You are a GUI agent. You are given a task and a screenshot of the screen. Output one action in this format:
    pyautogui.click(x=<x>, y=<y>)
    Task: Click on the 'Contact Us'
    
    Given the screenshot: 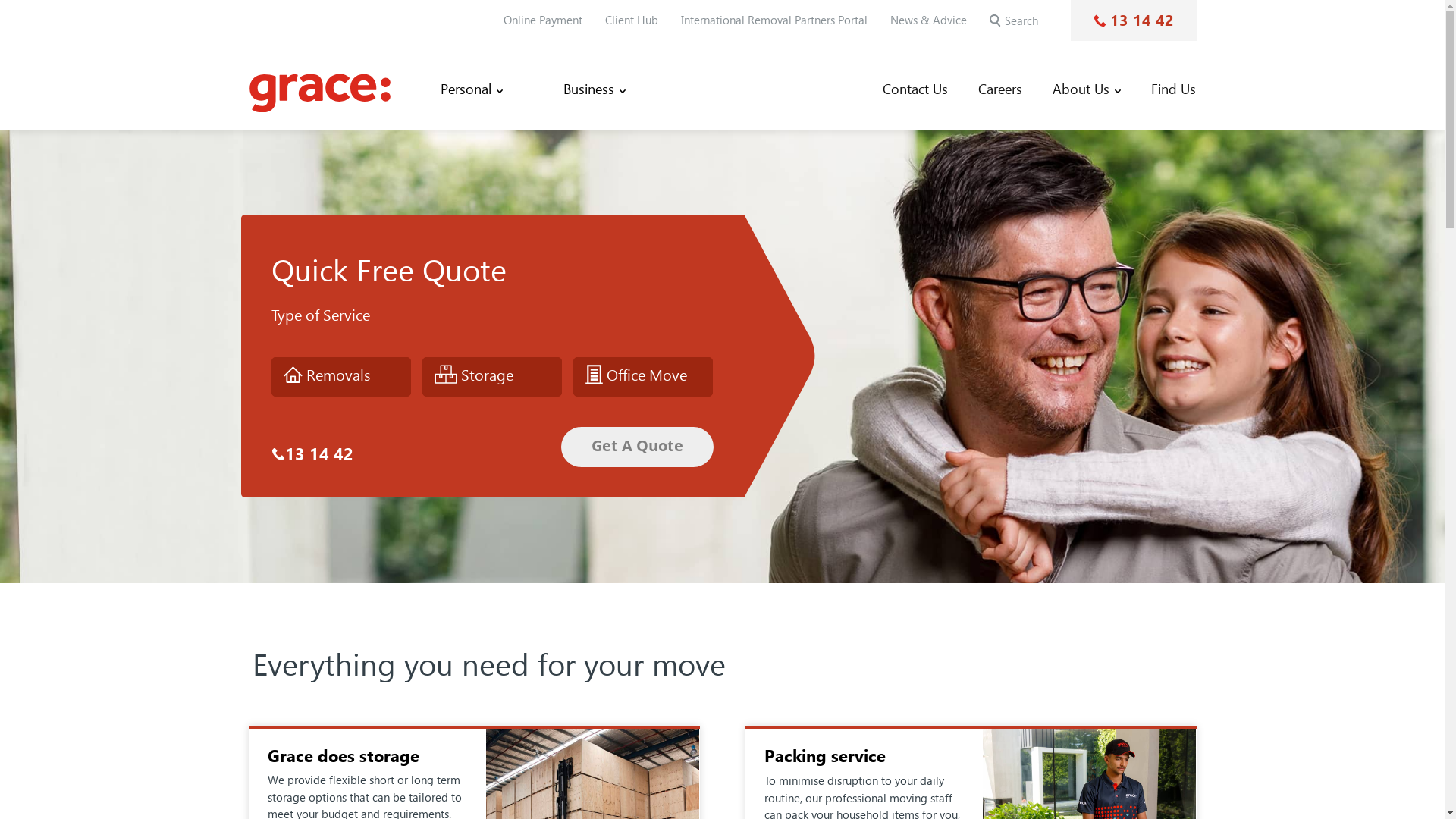 What is the action you would take?
    pyautogui.click(x=914, y=89)
    